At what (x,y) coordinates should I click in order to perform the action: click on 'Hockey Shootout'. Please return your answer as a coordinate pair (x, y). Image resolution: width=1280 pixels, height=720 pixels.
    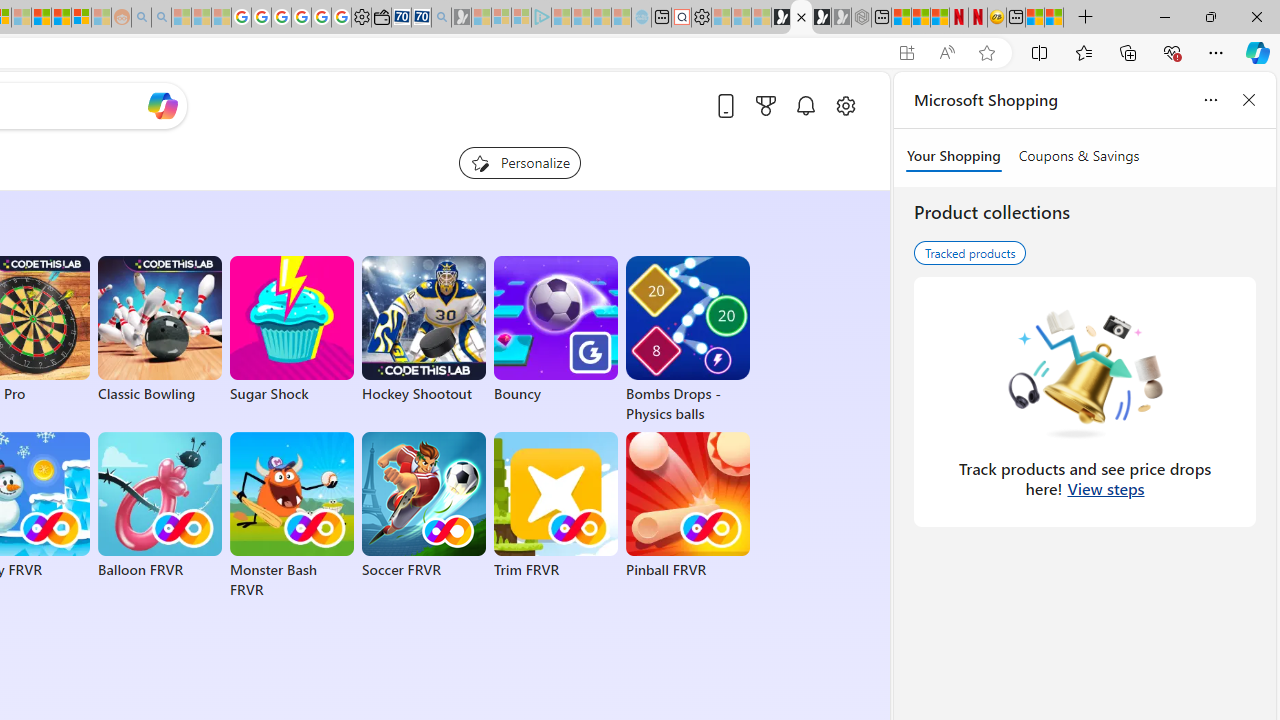
    Looking at the image, I should click on (423, 329).